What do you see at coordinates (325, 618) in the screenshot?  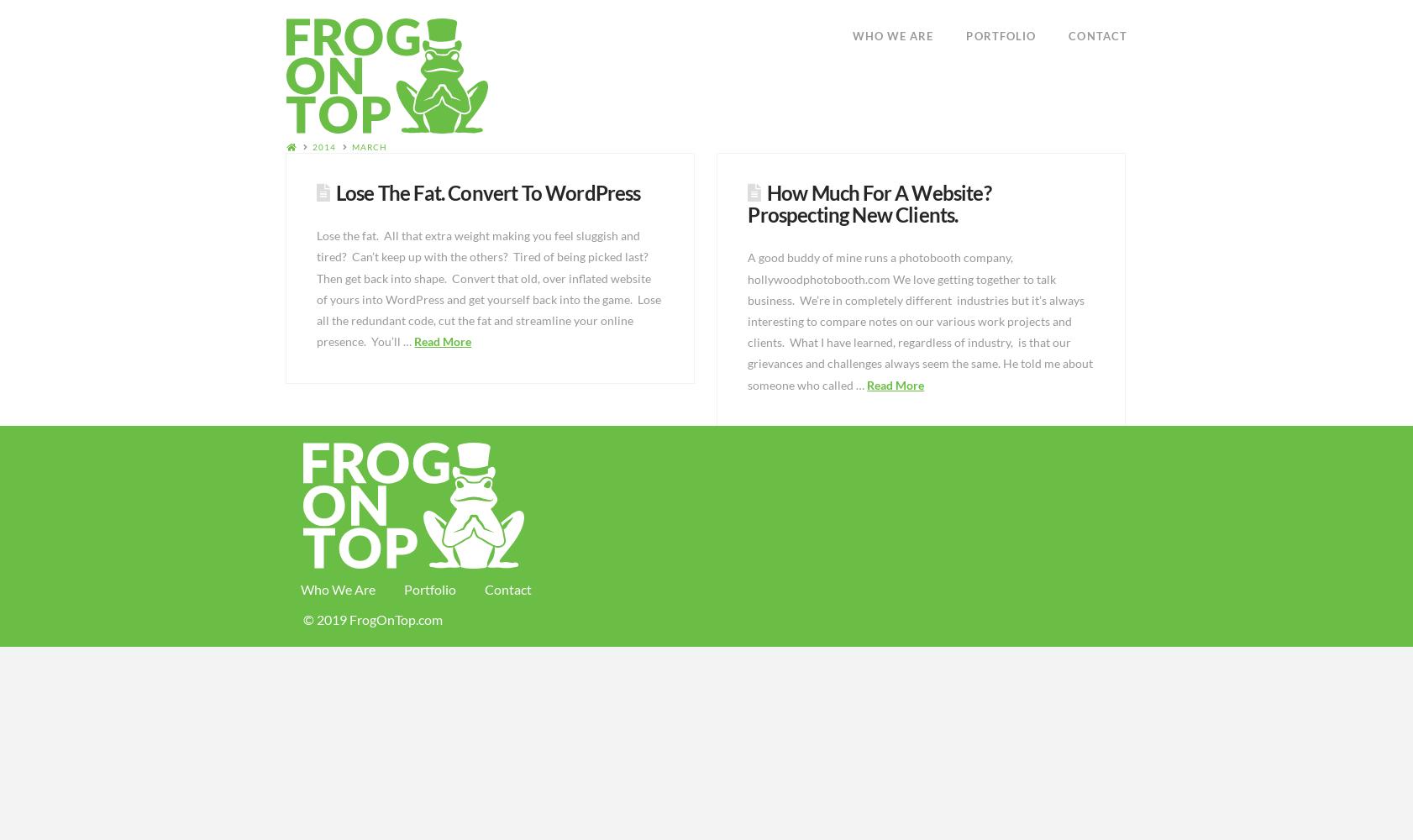 I see `'© 2019'` at bounding box center [325, 618].